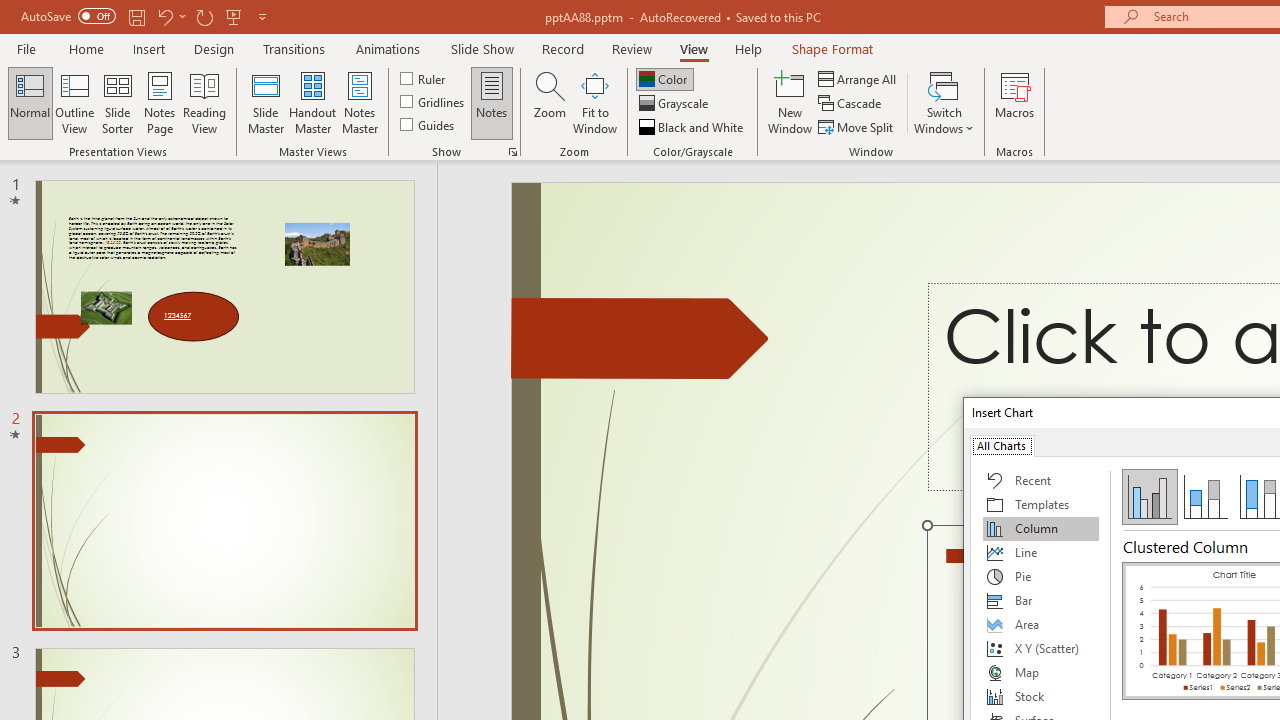  I want to click on 'Area', so click(1040, 623).